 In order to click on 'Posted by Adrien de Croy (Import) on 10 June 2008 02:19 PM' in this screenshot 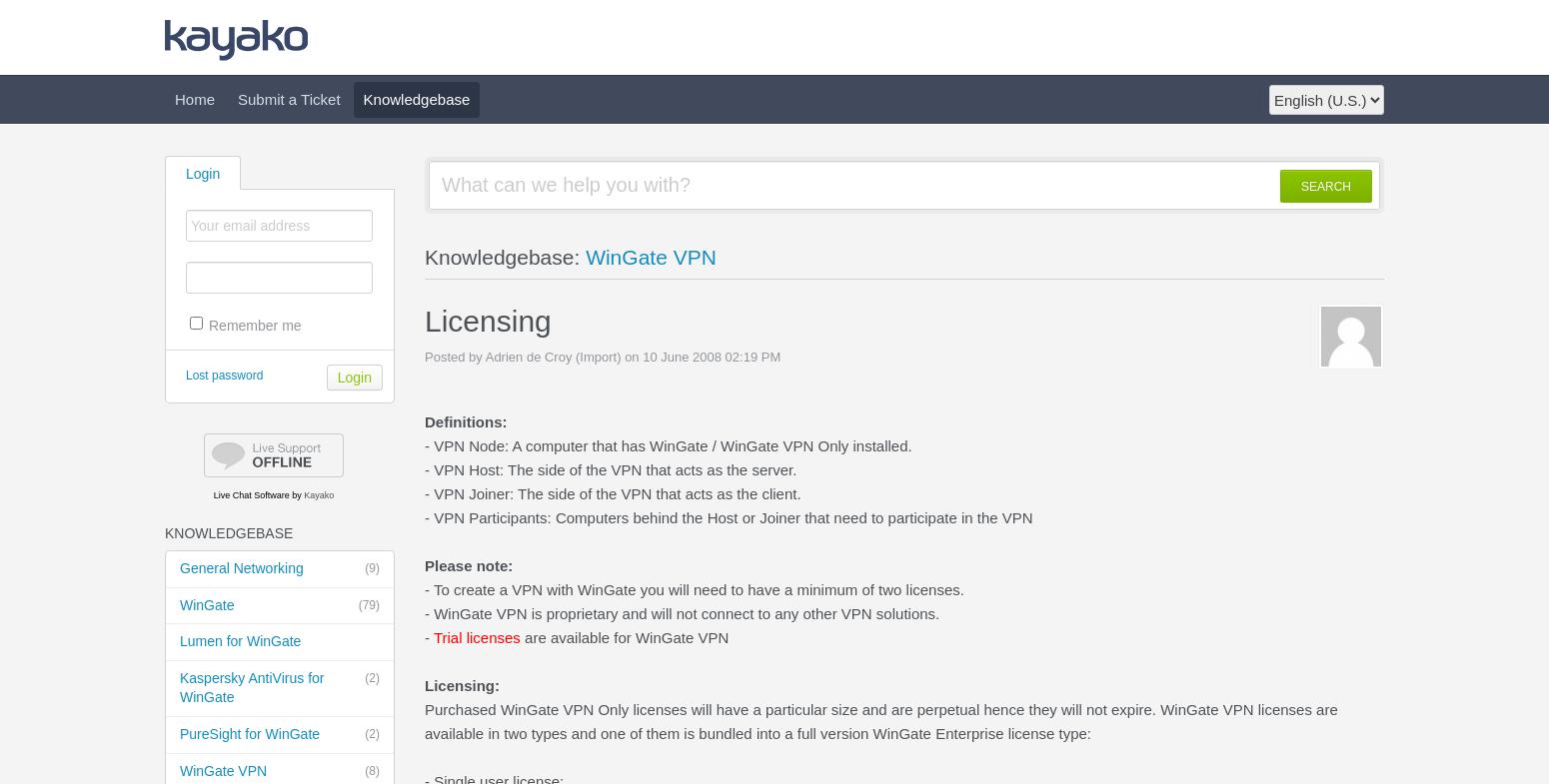, I will do `click(602, 356)`.